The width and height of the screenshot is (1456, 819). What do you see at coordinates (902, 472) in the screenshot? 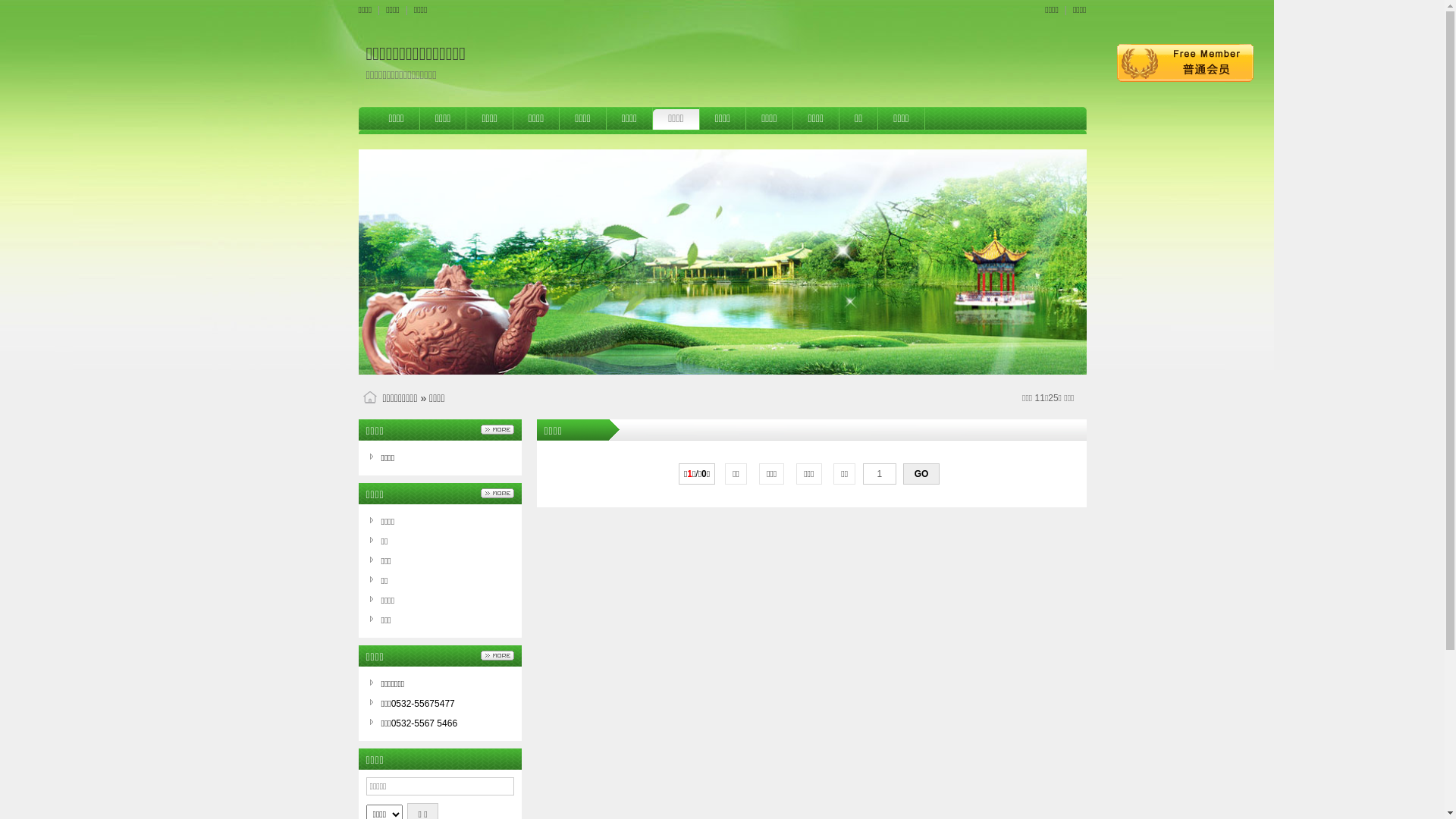
I see `'GO'` at bounding box center [902, 472].